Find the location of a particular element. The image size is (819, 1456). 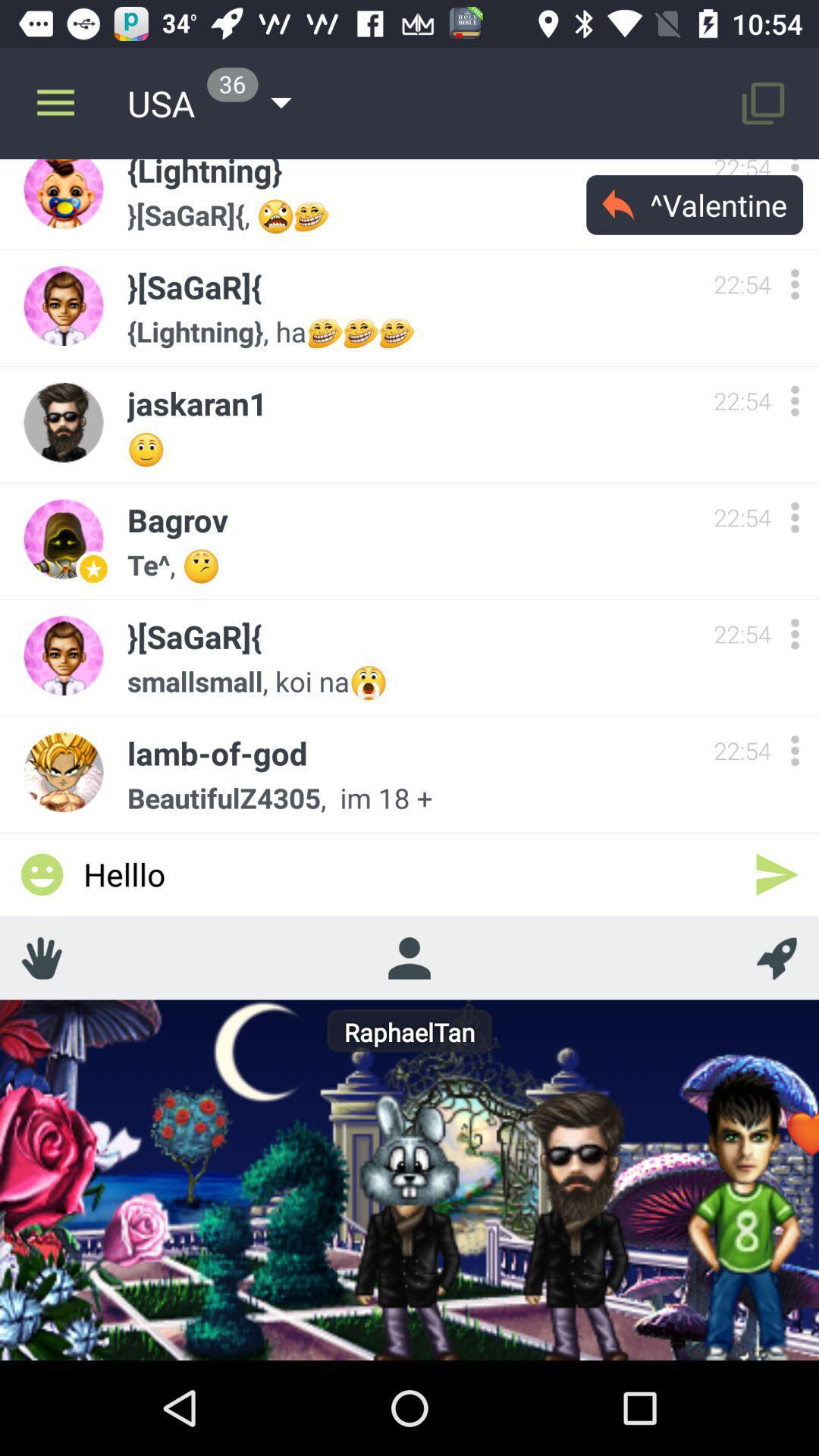

open options menu is located at coordinates (794, 750).